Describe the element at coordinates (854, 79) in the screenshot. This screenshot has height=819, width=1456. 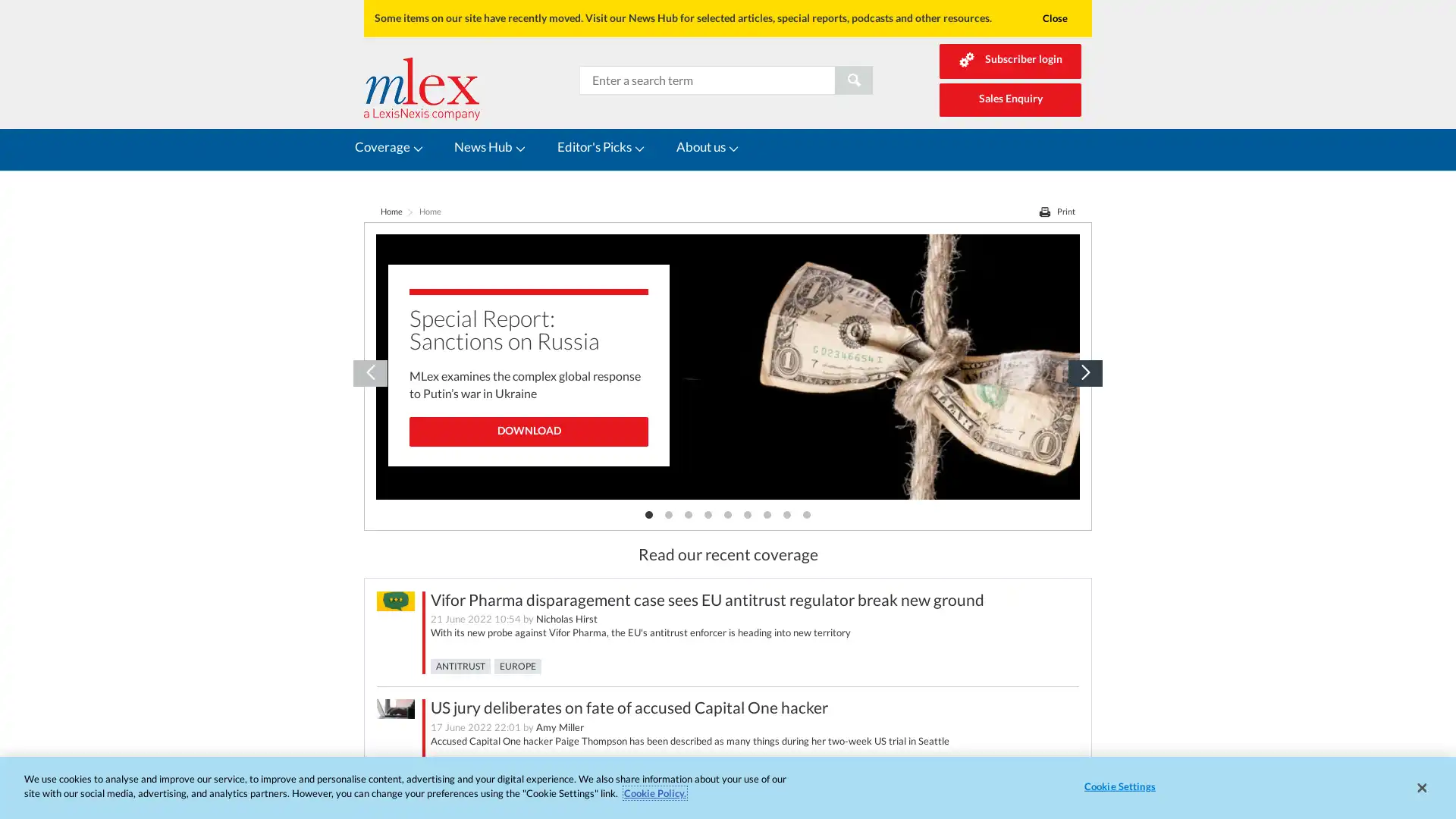
I see `Search` at that location.